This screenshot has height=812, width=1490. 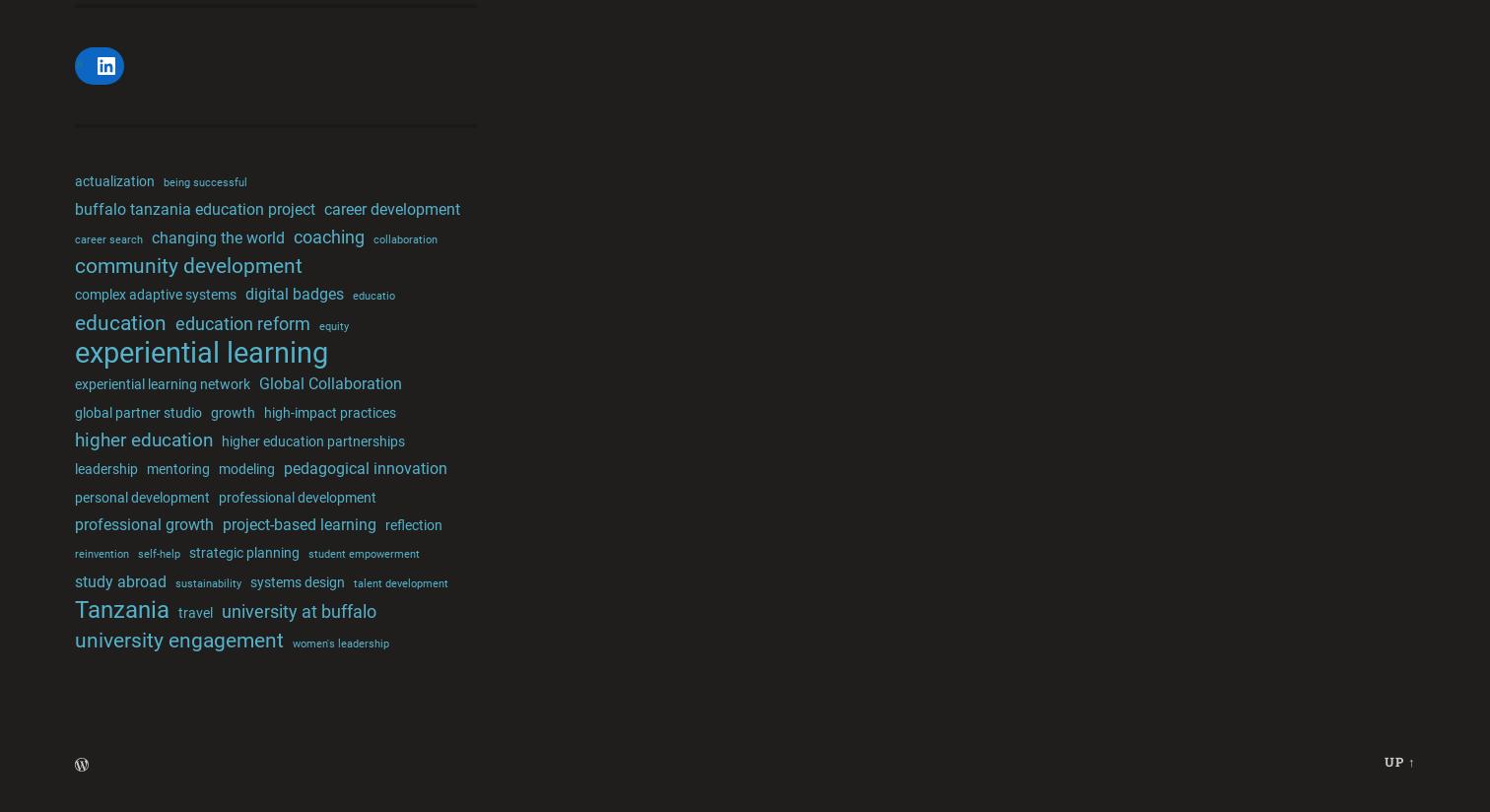 I want to click on 'professional development', so click(x=218, y=496).